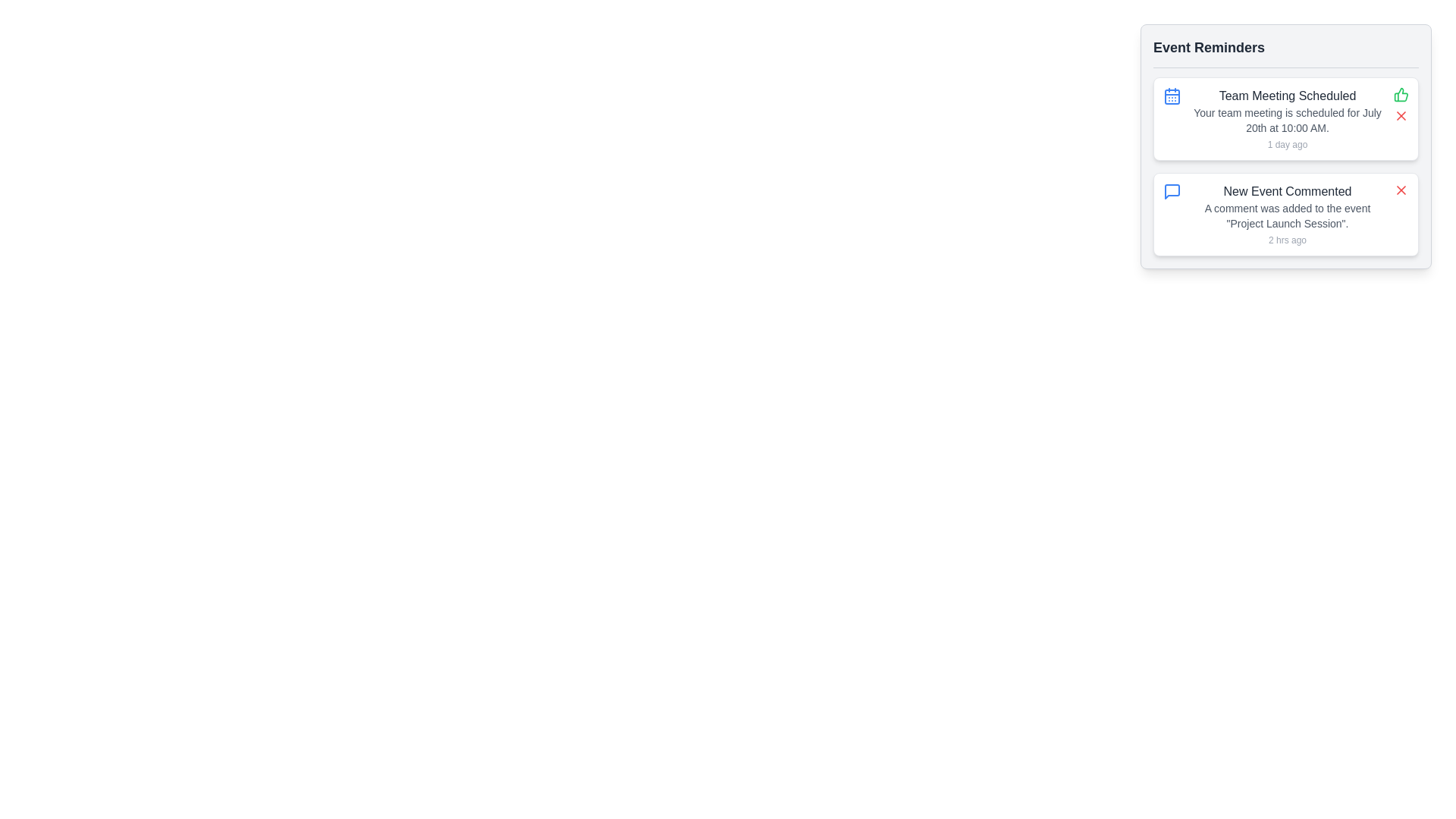 The height and width of the screenshot is (819, 1456). I want to click on details of the notification card located in the 'Event Reminders' section, specifically the second item in the list, which informs about a comment added to an event, so click(1285, 214).